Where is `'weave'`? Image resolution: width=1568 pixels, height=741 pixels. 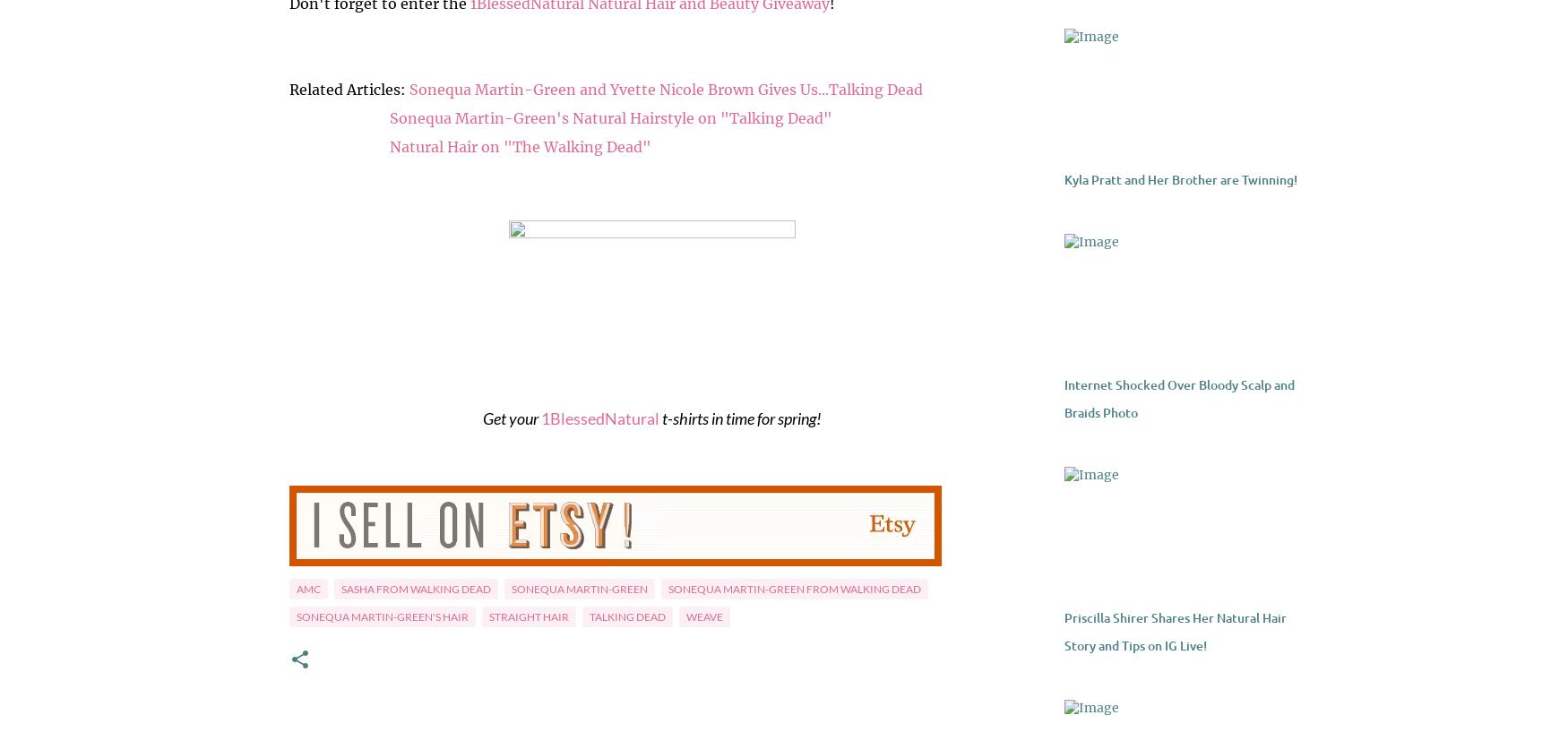
'weave' is located at coordinates (702, 616).